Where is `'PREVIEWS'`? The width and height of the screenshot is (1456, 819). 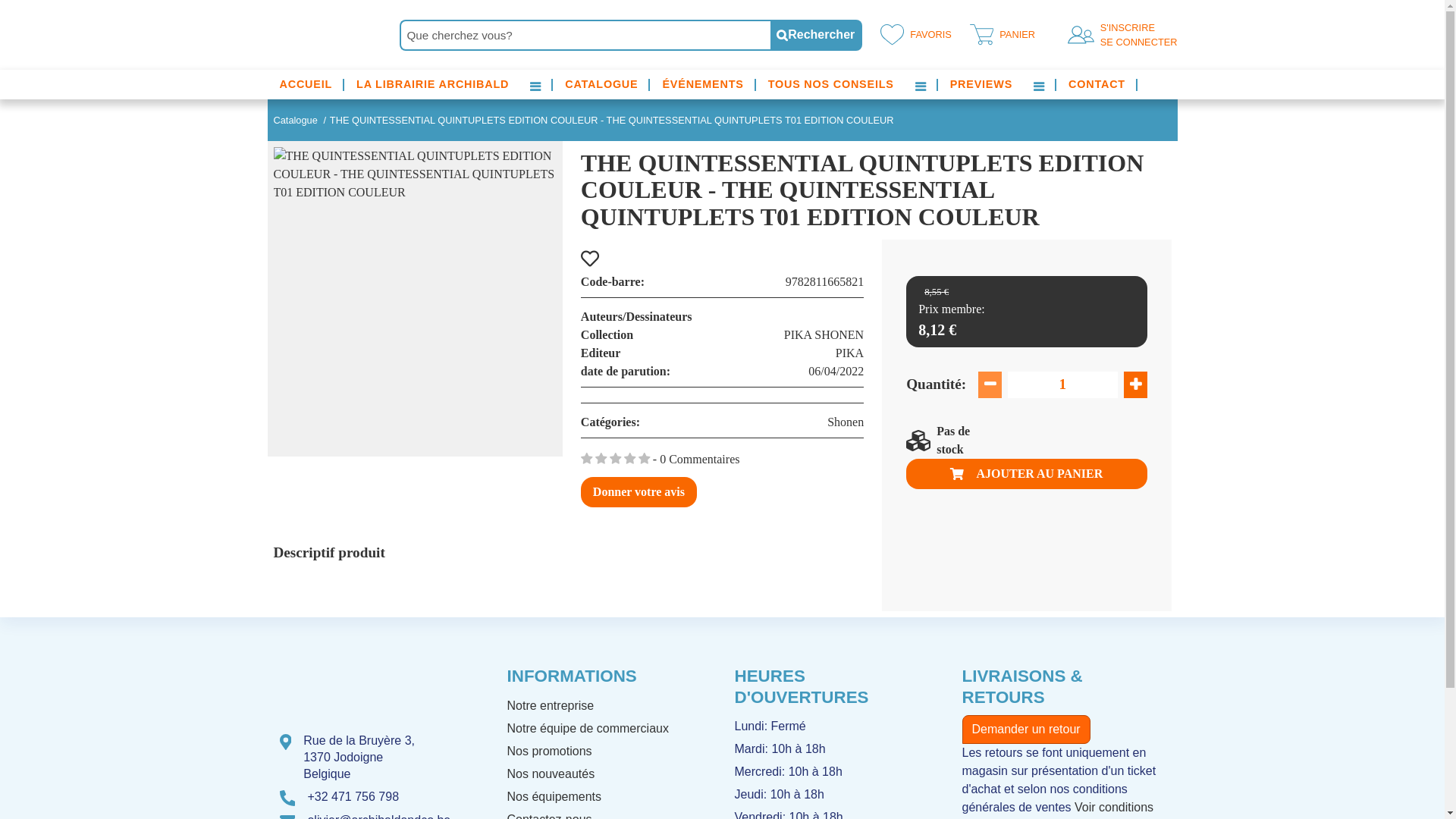 'PREVIEWS' is located at coordinates (949, 84).